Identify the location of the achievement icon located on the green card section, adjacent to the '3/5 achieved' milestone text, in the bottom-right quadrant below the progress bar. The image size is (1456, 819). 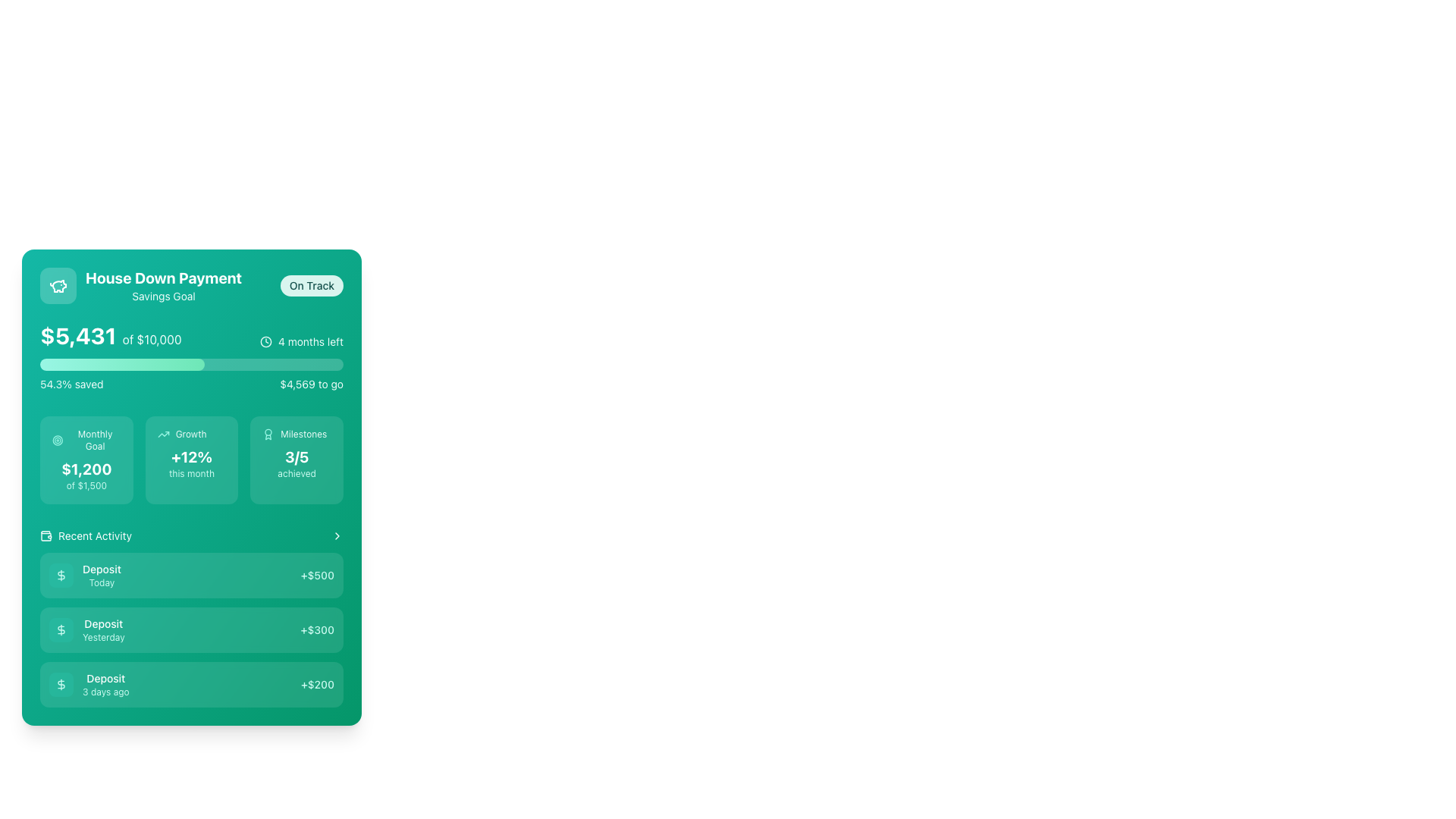
(268, 435).